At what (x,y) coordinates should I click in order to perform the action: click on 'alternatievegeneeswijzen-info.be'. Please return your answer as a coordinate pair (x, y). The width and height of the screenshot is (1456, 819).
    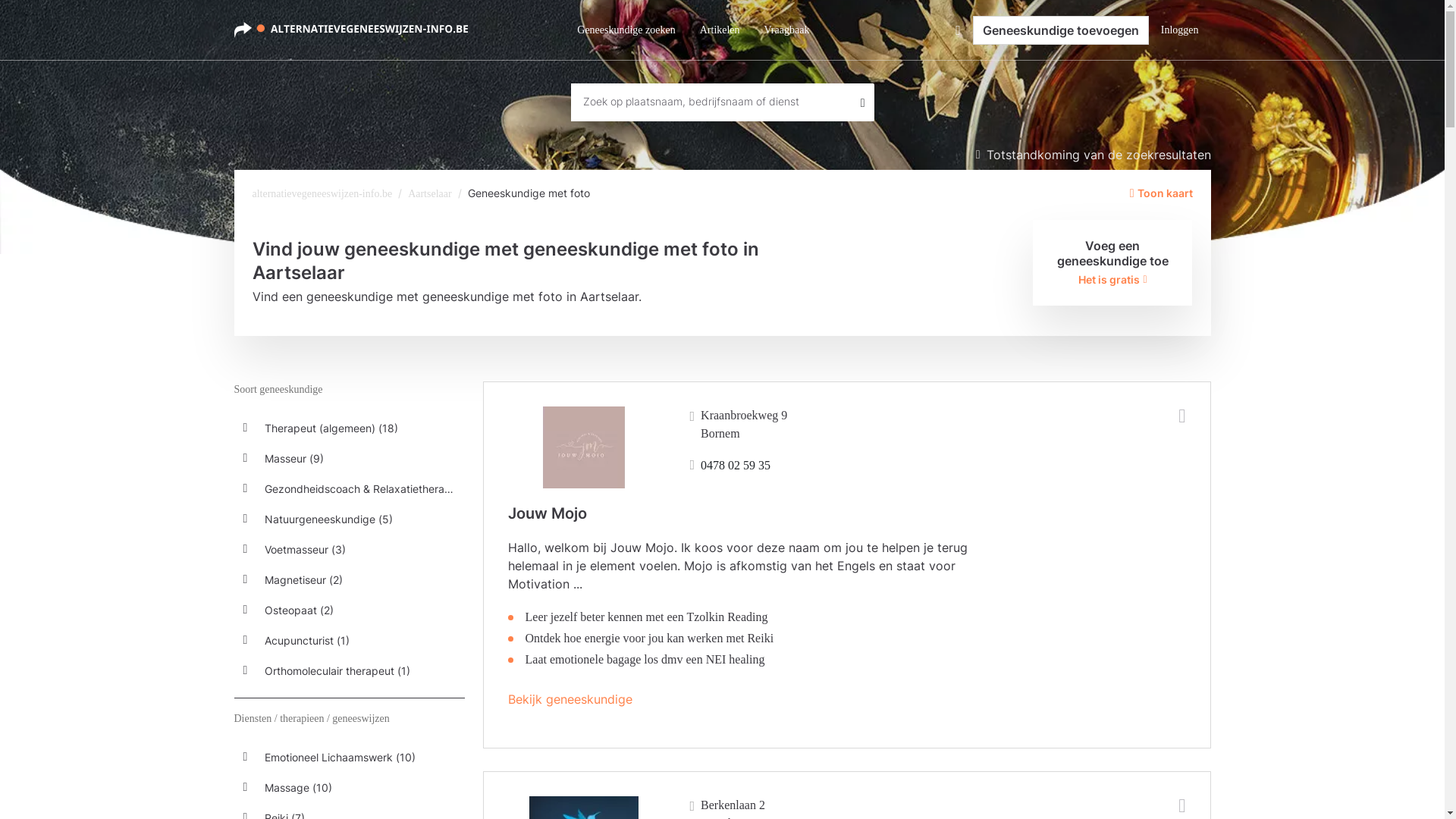
    Looking at the image, I should click on (321, 193).